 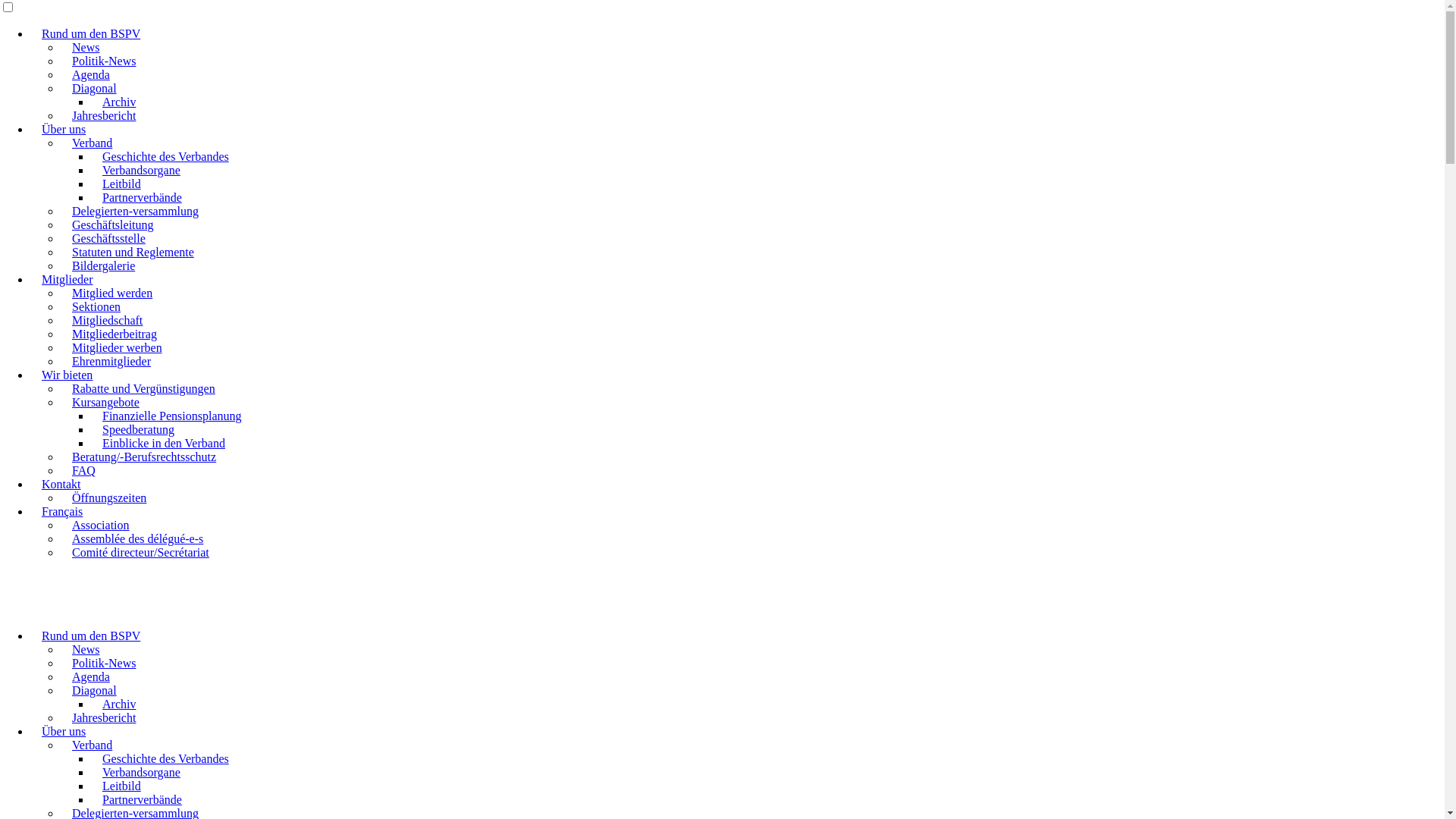 I want to click on 'Statuten und Reglemente', so click(x=133, y=251).